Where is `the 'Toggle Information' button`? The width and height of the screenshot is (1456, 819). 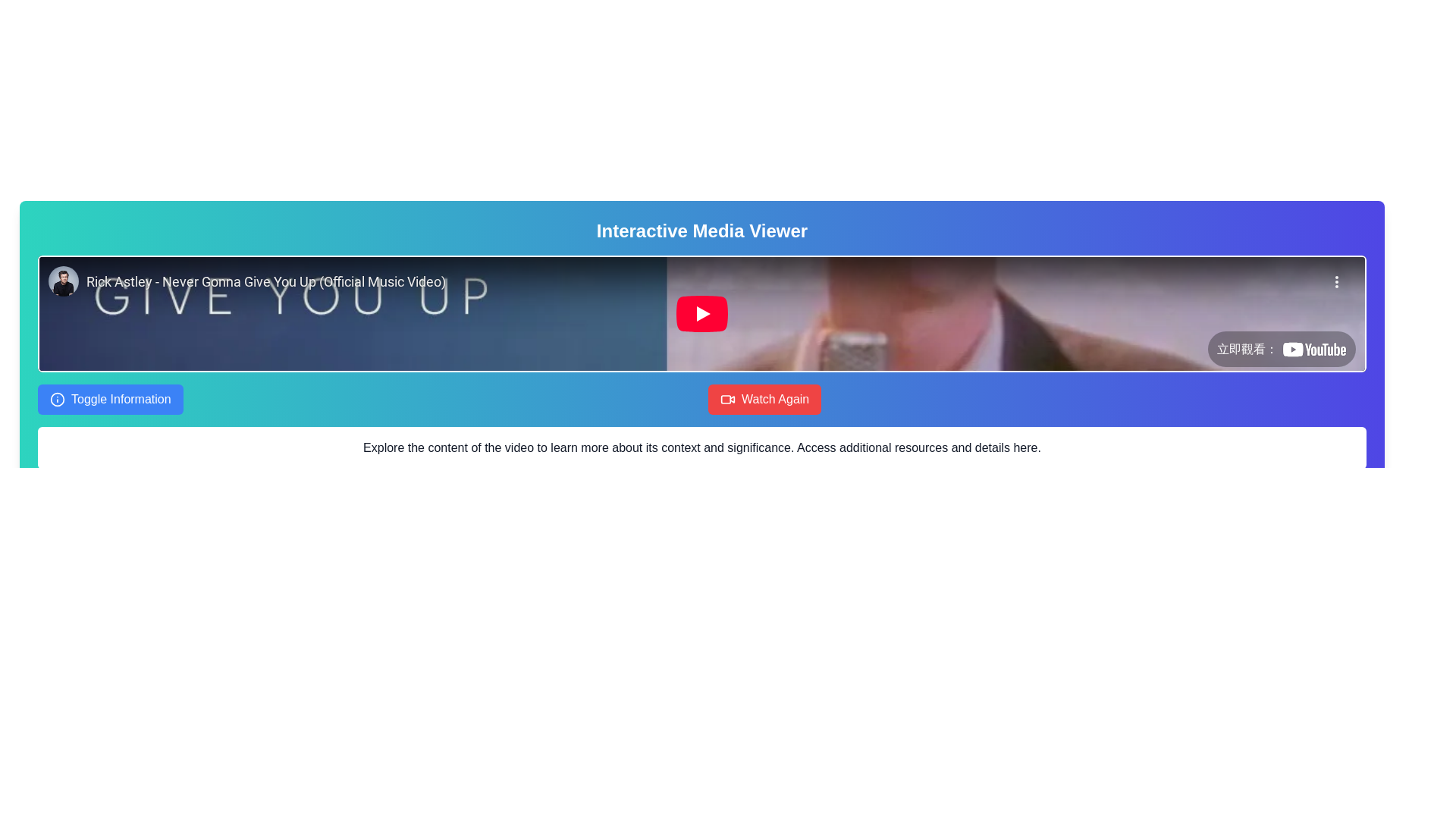
the 'Toggle Information' button is located at coordinates (109, 399).